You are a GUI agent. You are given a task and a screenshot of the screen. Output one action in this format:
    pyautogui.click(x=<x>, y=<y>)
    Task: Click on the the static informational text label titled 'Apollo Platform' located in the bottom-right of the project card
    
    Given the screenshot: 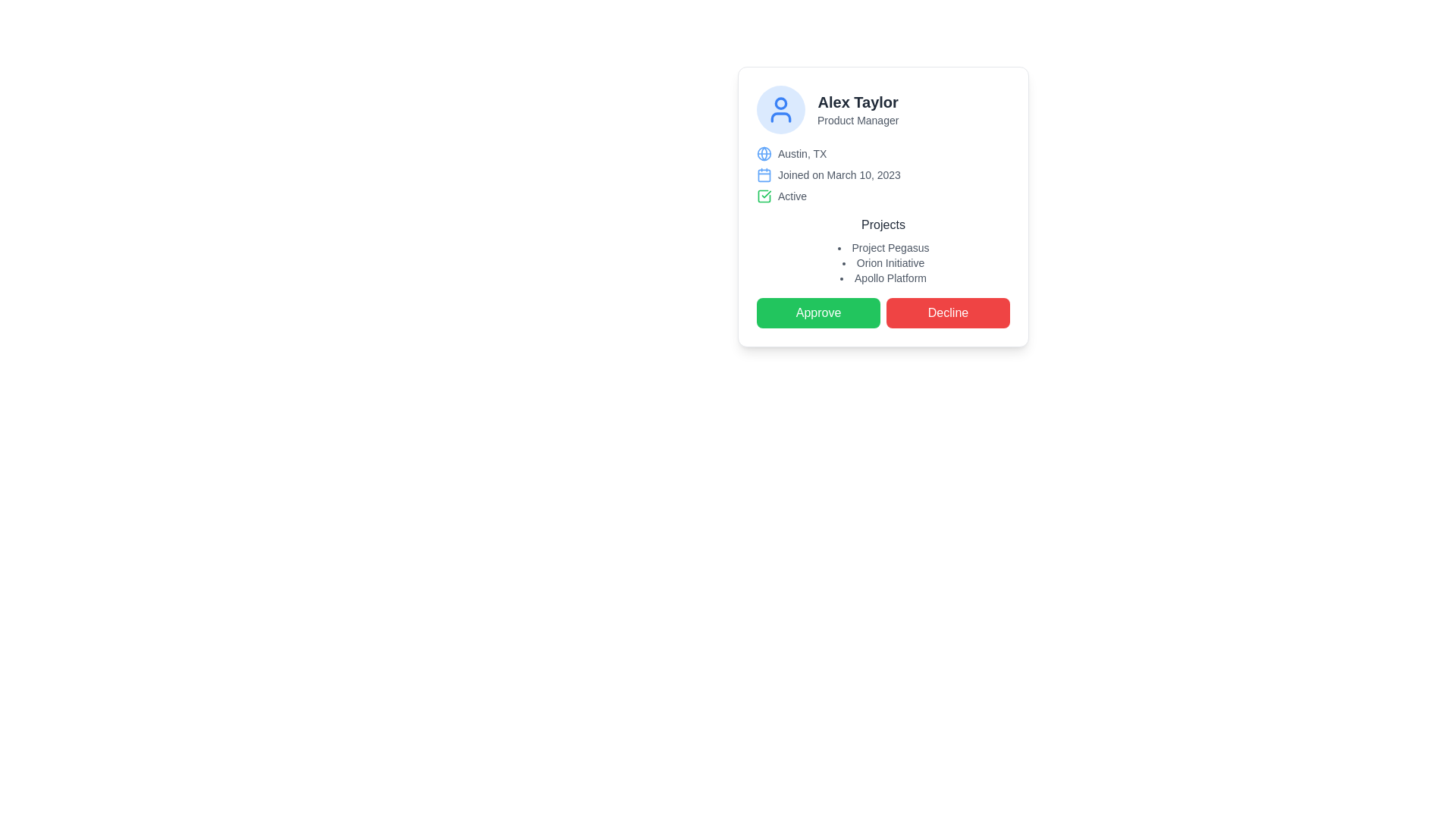 What is the action you would take?
    pyautogui.click(x=883, y=278)
    